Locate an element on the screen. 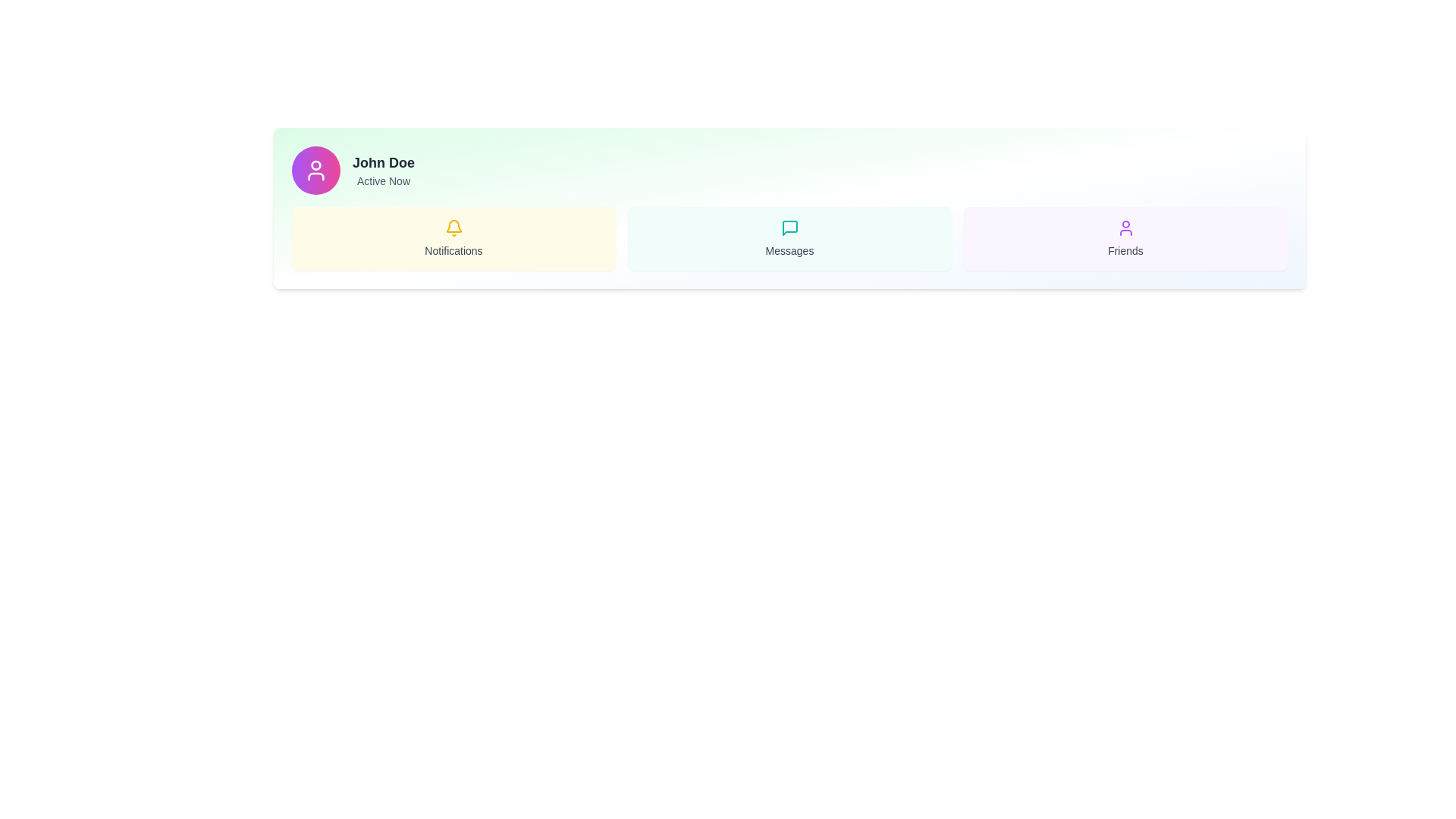 This screenshot has height=819, width=1456. the chat bubble icon, which is a 24x24 pixel icon with rounded corners outlined in teal, located at the top center of the 'Messages' section is located at coordinates (789, 227).